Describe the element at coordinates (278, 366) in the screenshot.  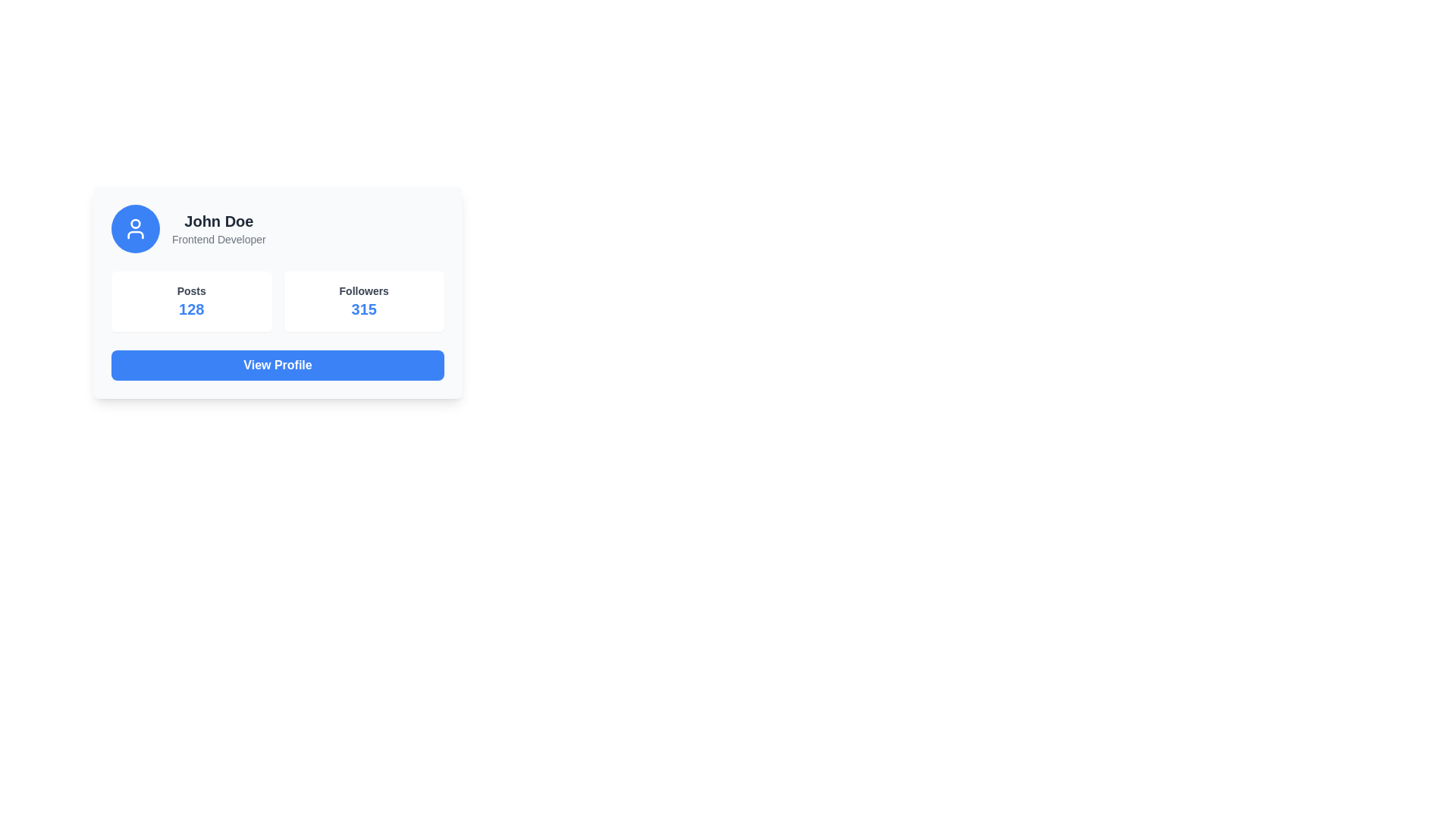
I see `the 'View Profile' button located at the bottom of the card layout, which has a vibrant blue background and white bold text` at that location.